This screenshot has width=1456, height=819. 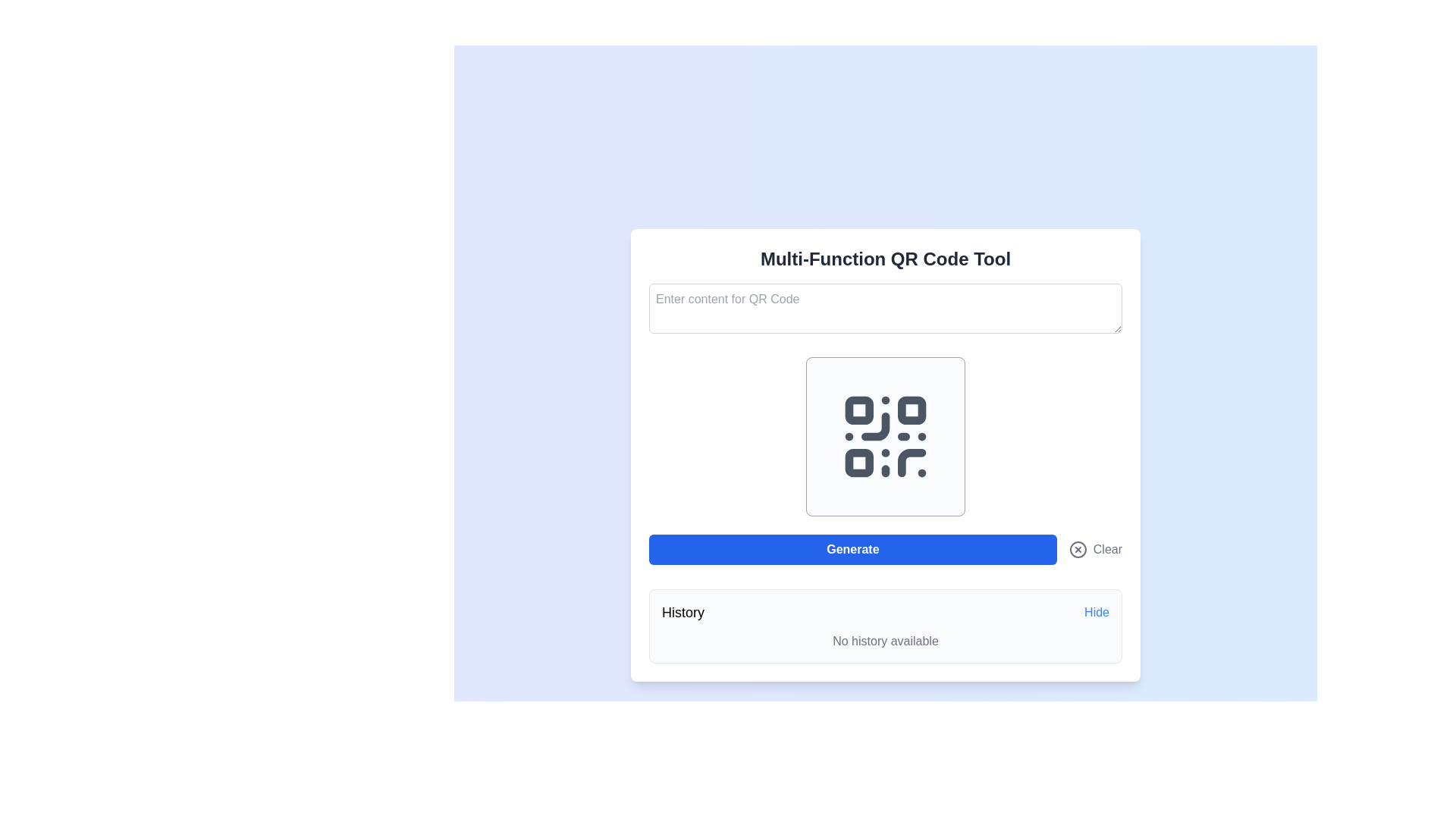 What do you see at coordinates (911, 462) in the screenshot?
I see `the curving line in the bottom-right area of the QR code graphic, which is part of the SVG design` at bounding box center [911, 462].